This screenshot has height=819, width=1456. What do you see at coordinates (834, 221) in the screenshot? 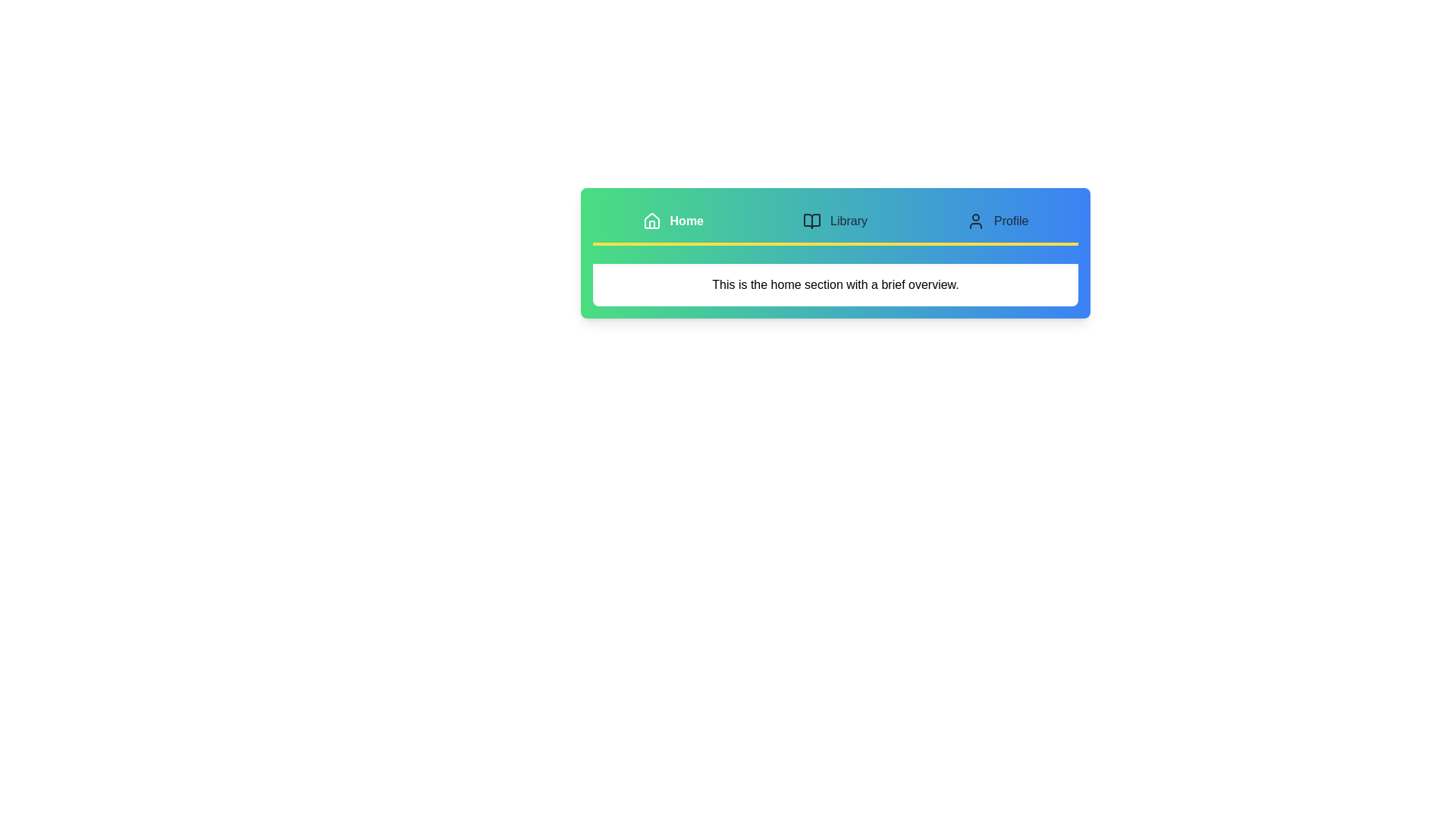
I see `the Library tab to view its content` at bounding box center [834, 221].